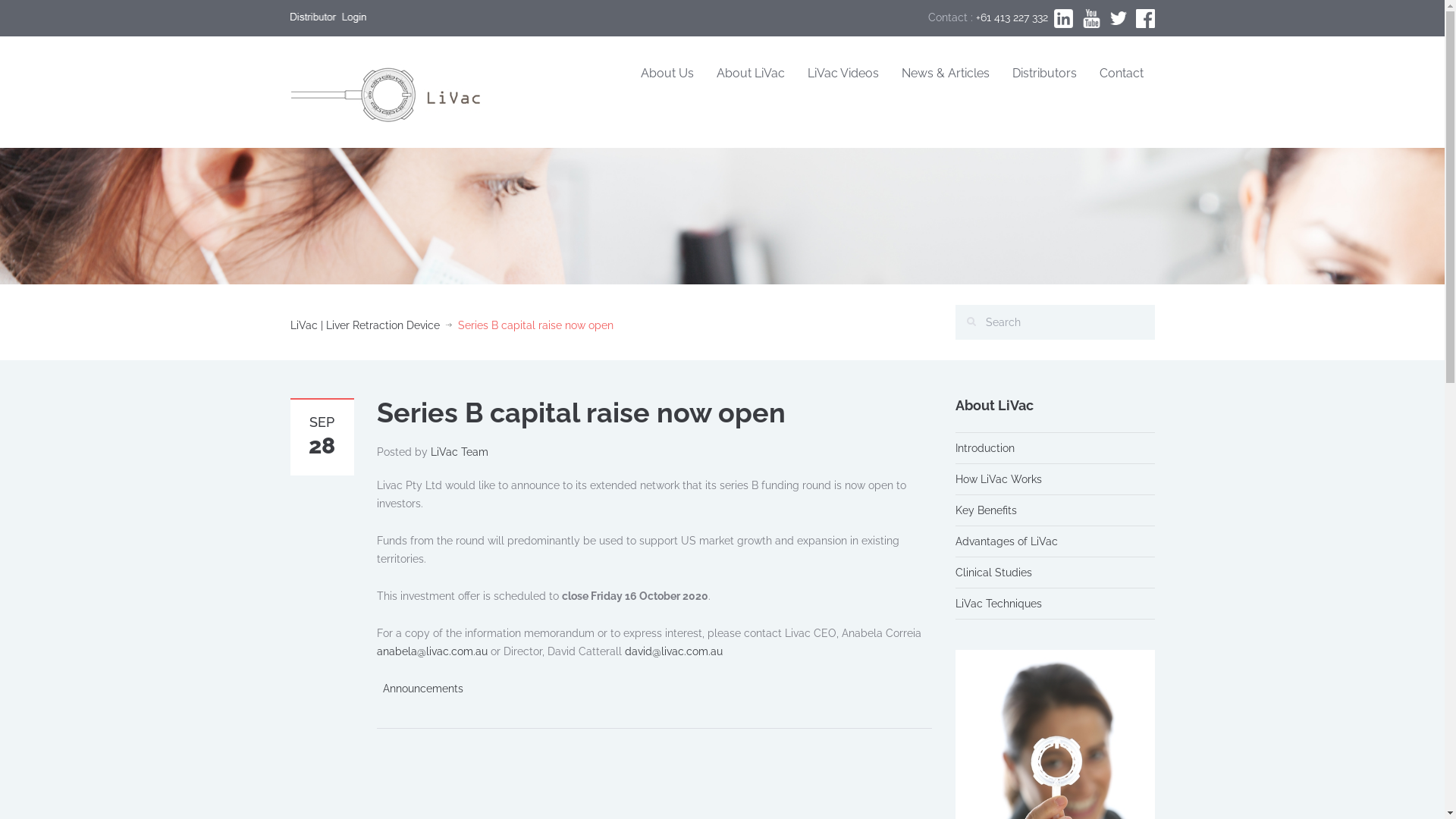  What do you see at coordinates (998, 602) in the screenshot?
I see `'LiVac Techniques'` at bounding box center [998, 602].